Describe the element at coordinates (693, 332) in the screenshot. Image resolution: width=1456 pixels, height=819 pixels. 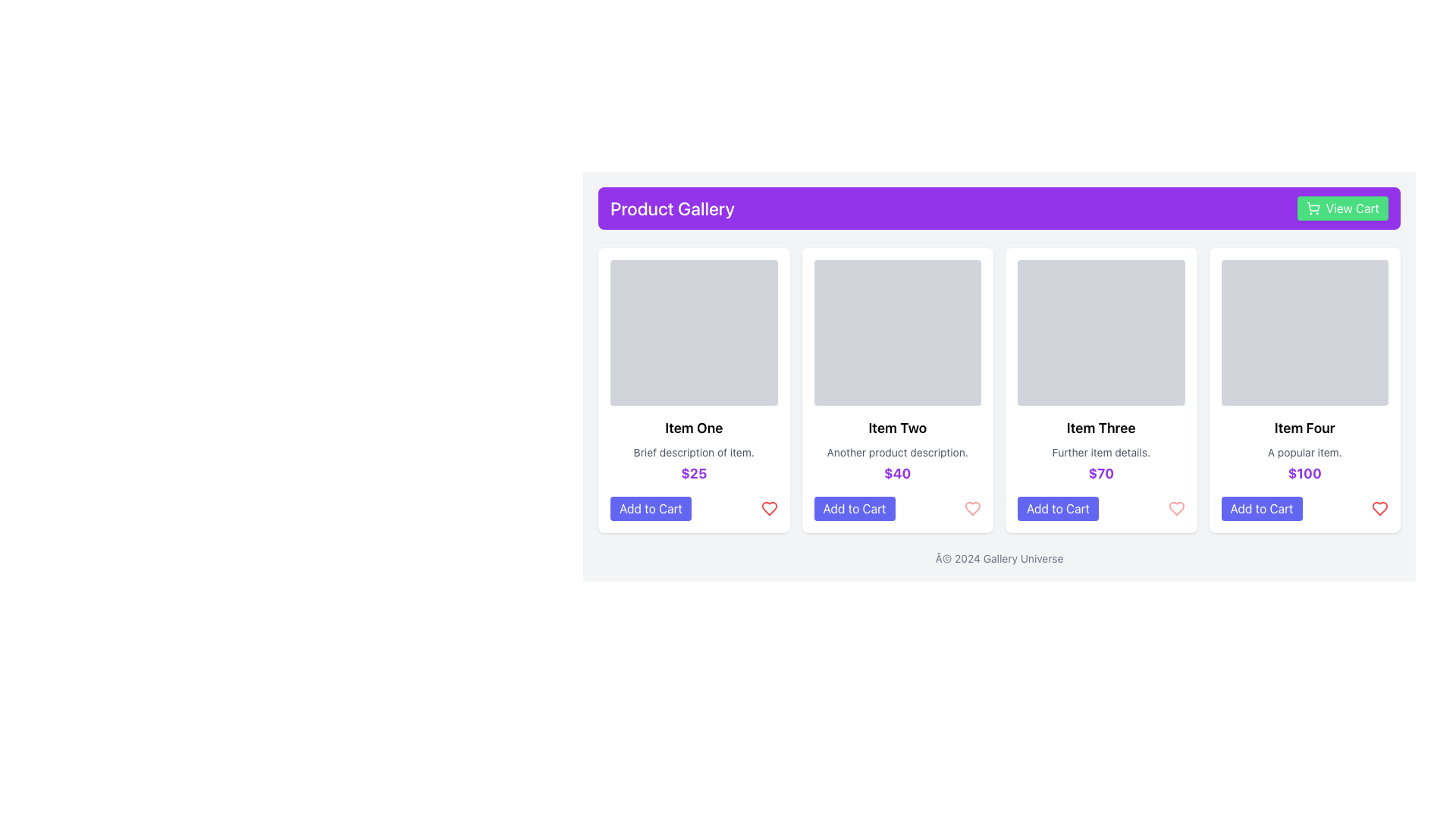
I see `the image placeholder, which is a light gray rectangular area with rounded corners located at the top of the card containing 'Item One'` at that location.